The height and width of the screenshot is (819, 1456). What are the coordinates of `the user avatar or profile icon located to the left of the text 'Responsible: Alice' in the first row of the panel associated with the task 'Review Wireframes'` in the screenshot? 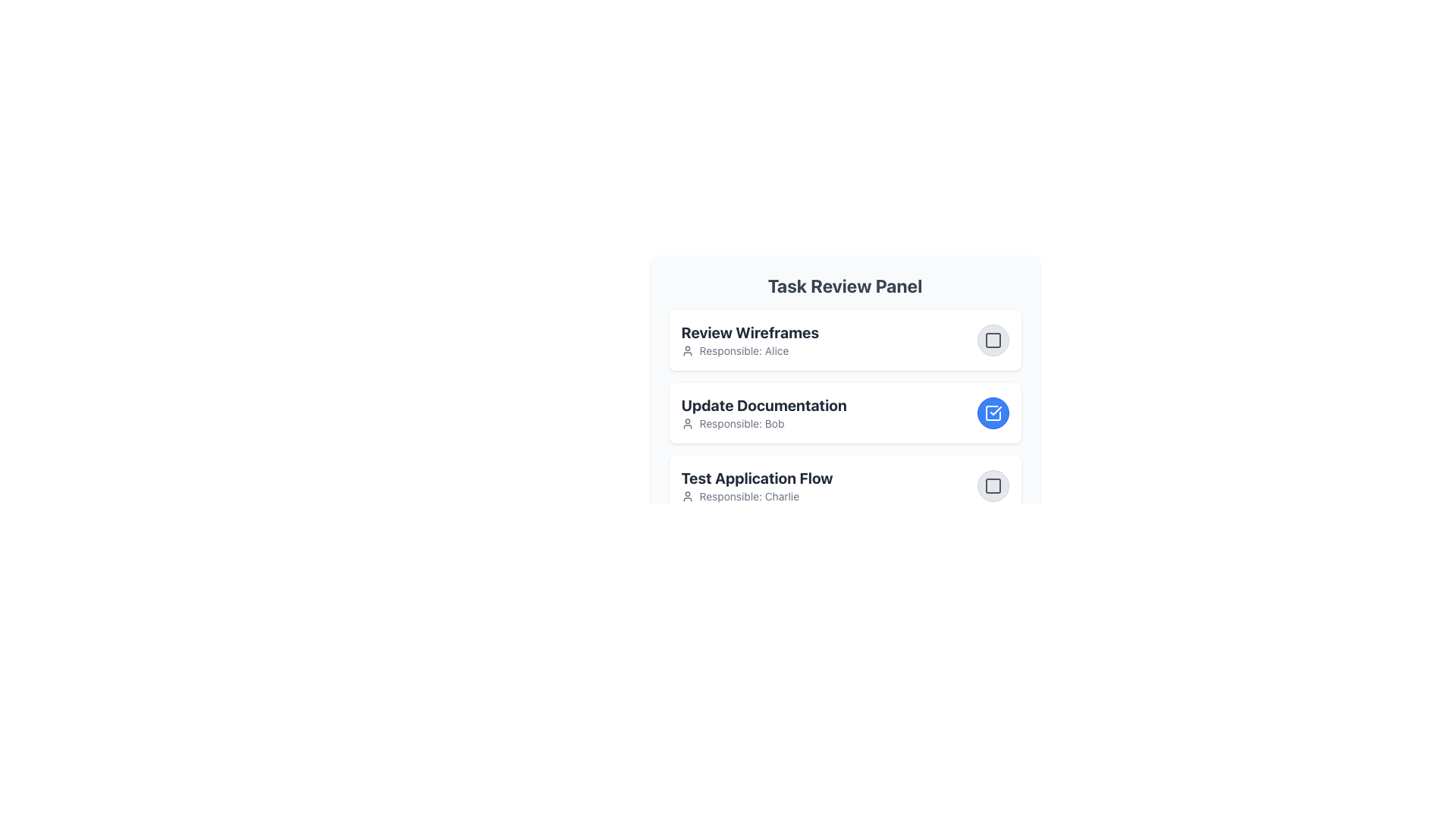 It's located at (686, 350).